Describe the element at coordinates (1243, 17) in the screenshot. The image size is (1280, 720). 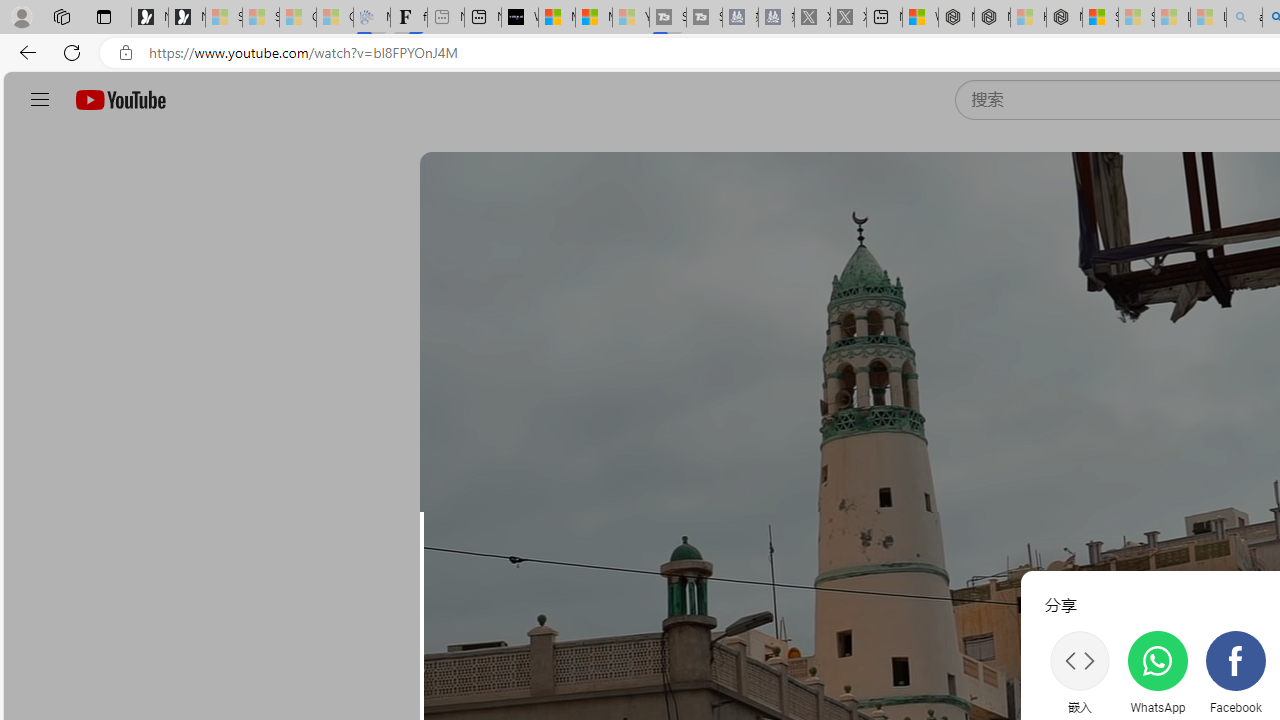
I see `'amazon - Search - Sleeping'` at that location.